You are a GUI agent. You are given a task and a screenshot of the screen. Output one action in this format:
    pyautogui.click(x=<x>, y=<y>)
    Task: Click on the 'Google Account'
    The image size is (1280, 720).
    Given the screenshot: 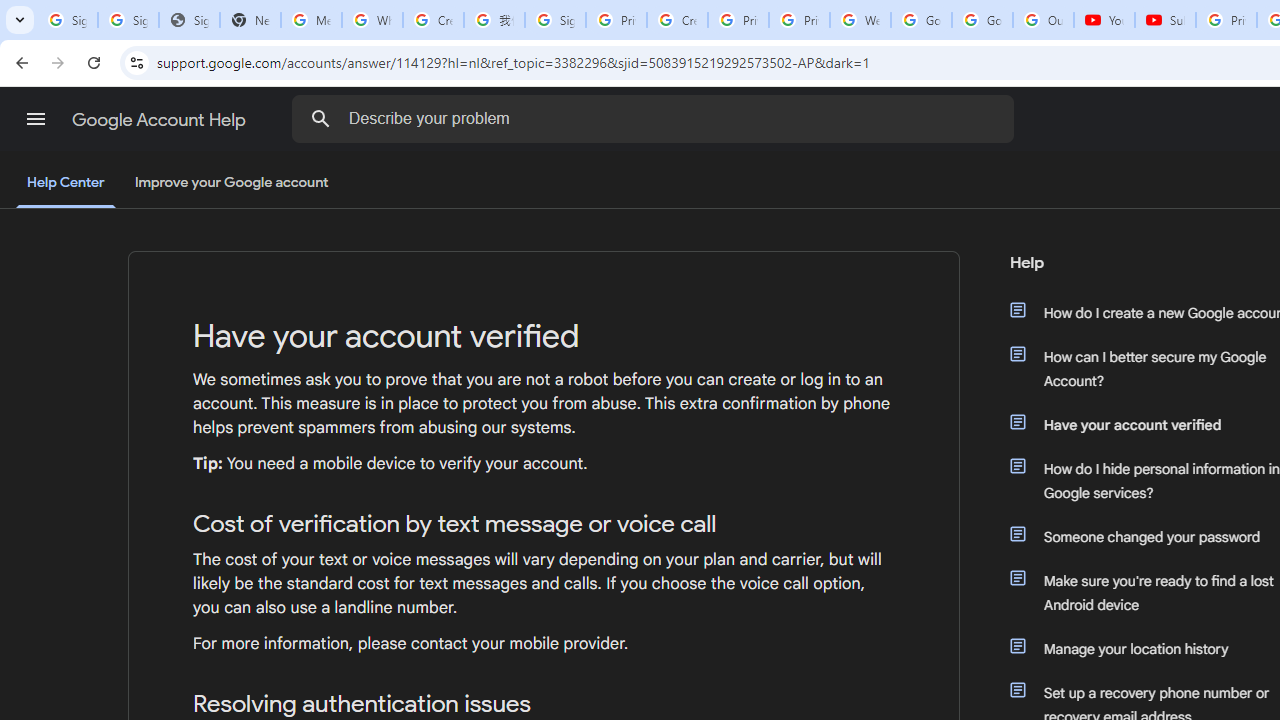 What is the action you would take?
    pyautogui.click(x=982, y=20)
    